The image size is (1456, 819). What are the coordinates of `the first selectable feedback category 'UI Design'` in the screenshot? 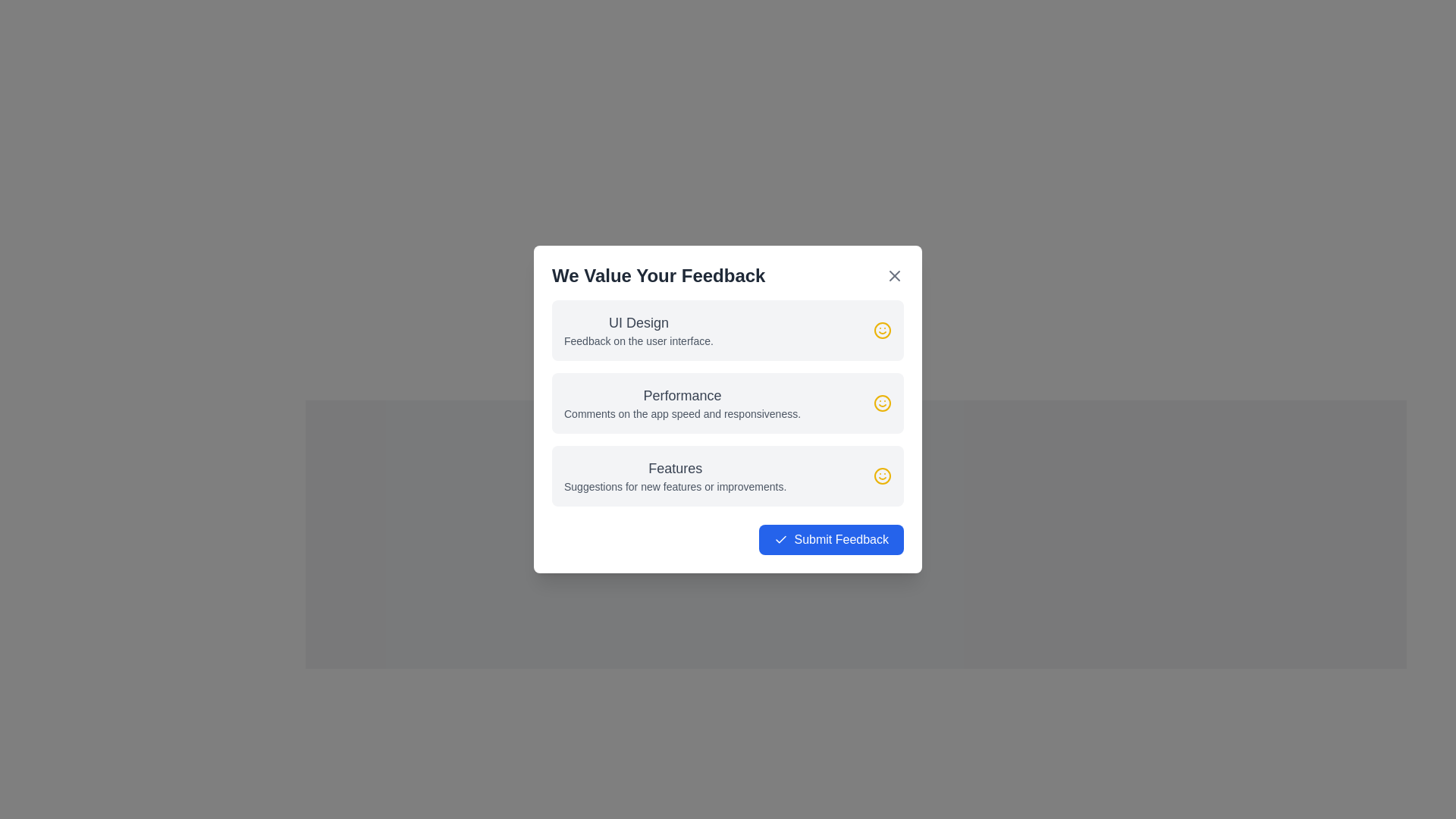 It's located at (728, 329).